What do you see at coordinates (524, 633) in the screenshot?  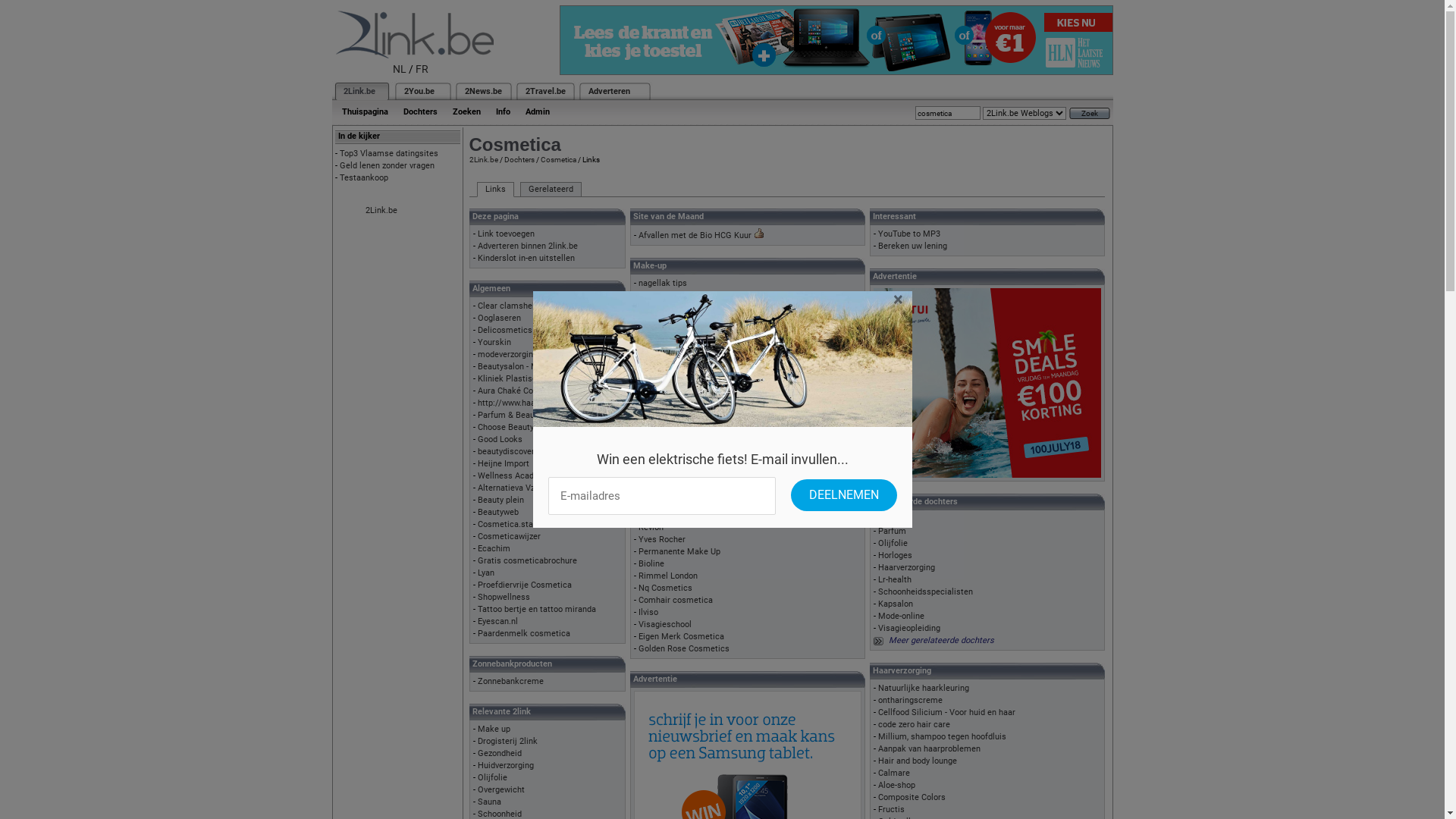 I see `'Paardenmelk cosmetica'` at bounding box center [524, 633].